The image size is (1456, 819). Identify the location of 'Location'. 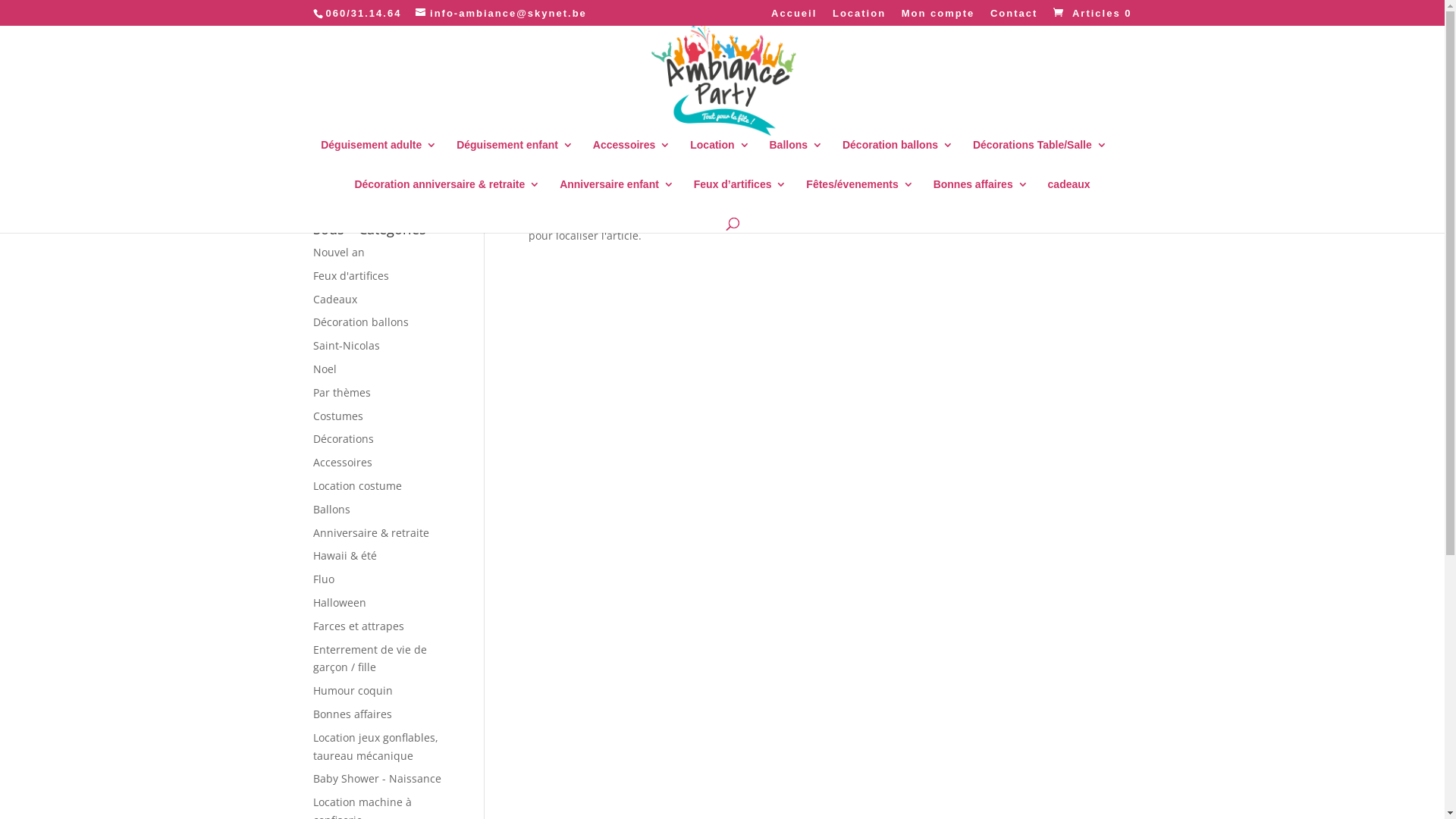
(858, 17).